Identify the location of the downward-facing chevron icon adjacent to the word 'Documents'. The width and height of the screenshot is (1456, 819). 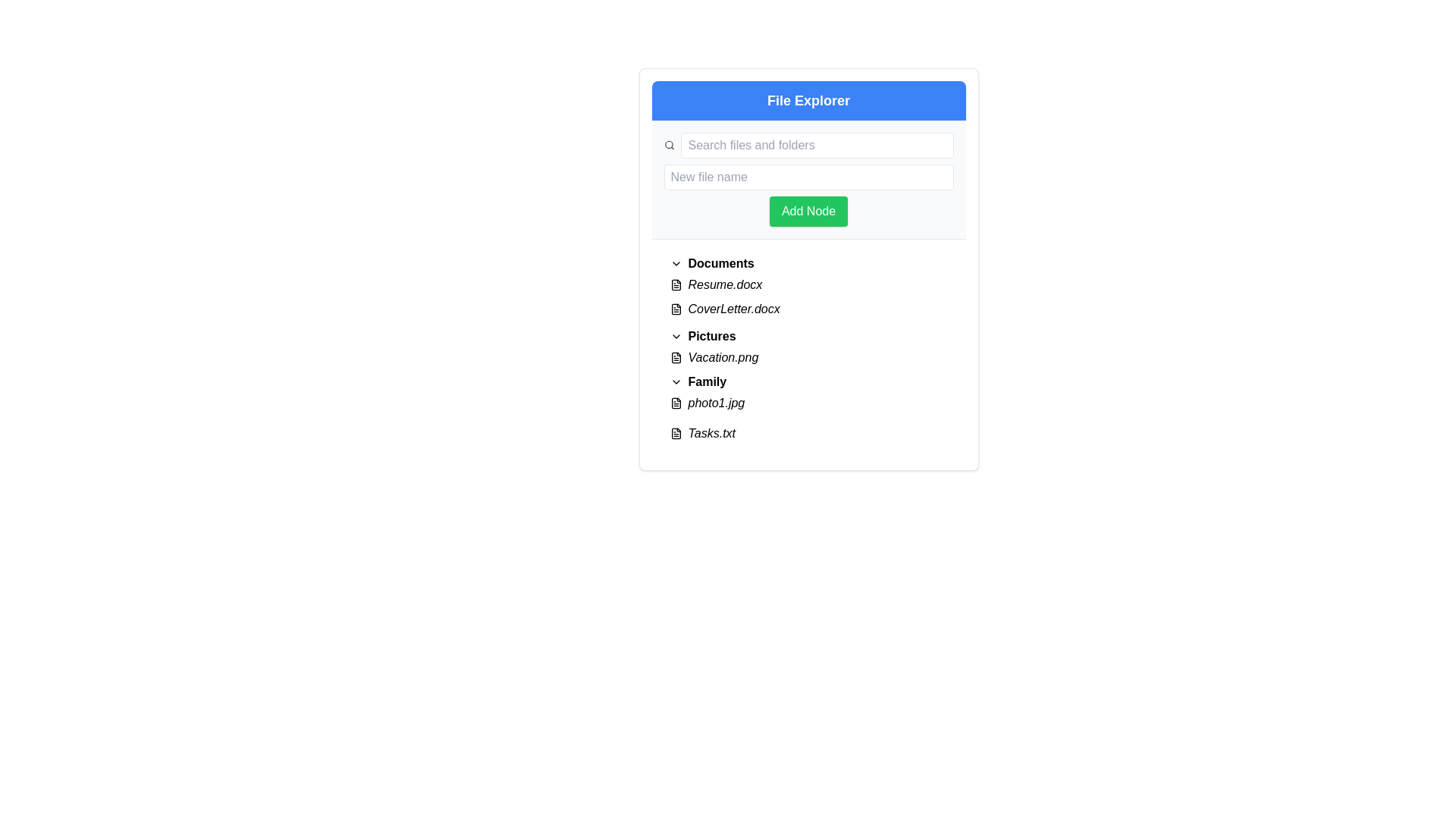
(675, 262).